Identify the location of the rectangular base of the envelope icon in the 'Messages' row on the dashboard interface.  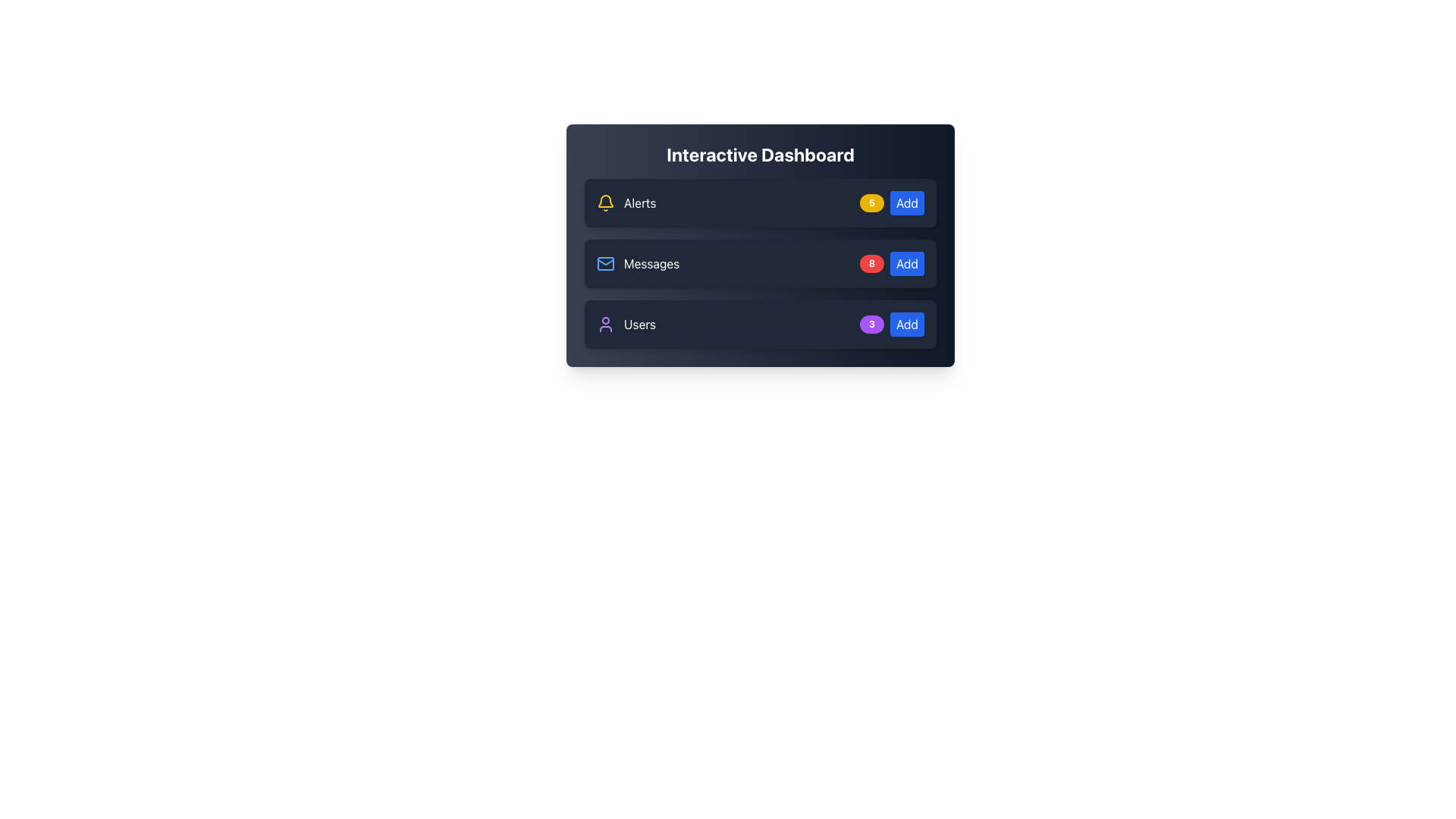
(604, 262).